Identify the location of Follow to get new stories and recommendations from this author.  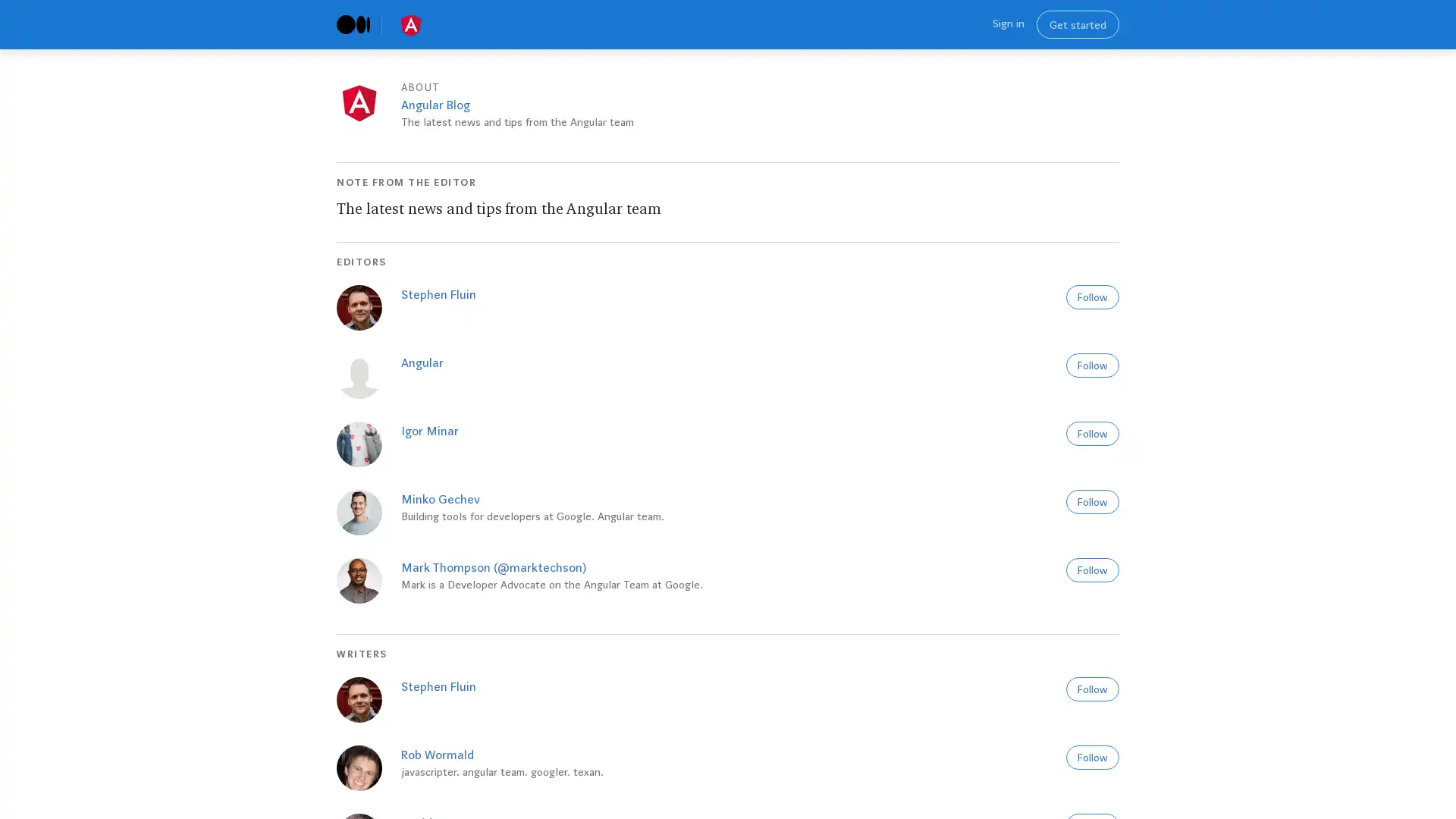
(1092, 432).